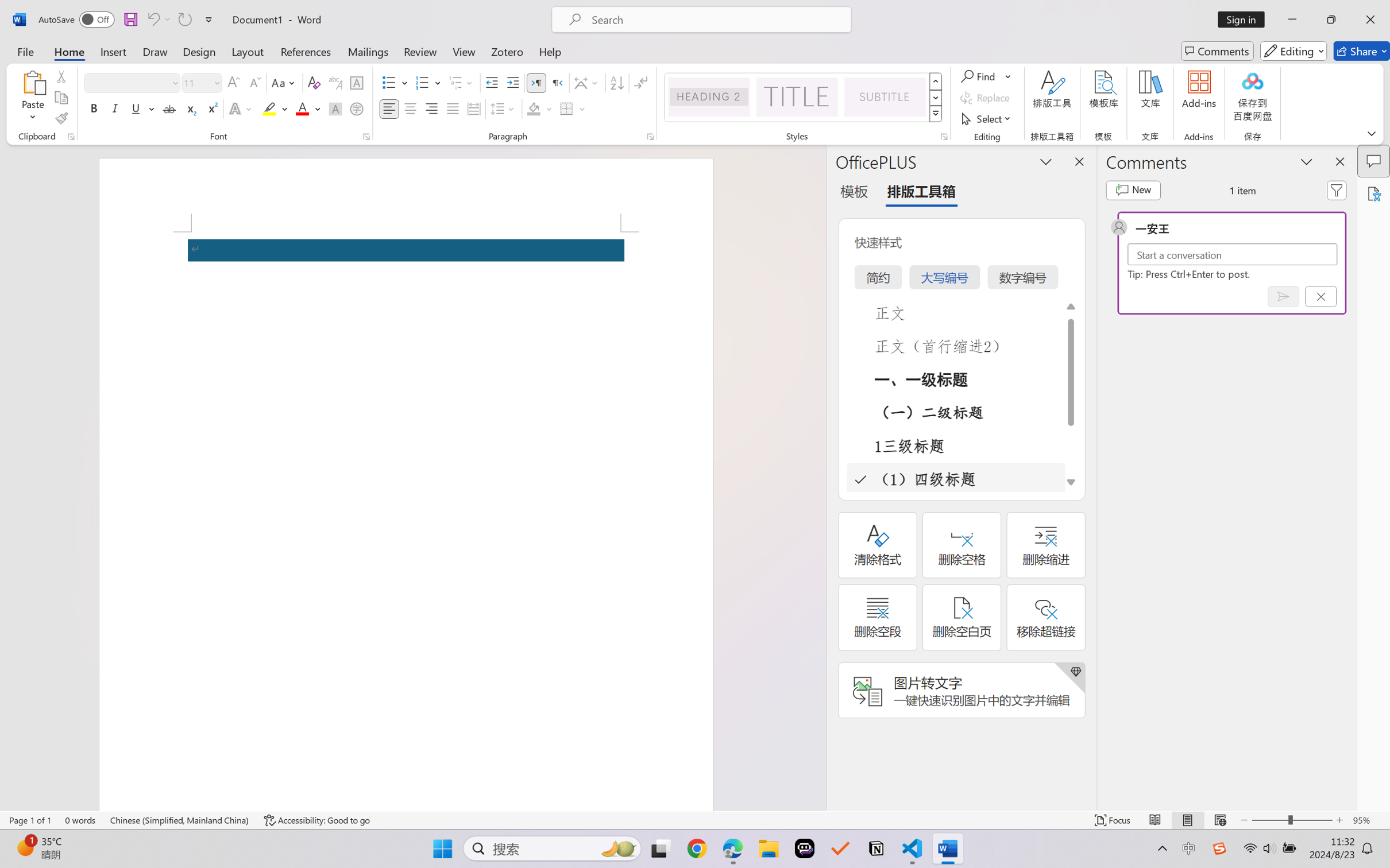 The height and width of the screenshot is (868, 1390). What do you see at coordinates (184, 19) in the screenshot?
I see `'Repeat Accessibility Checker'` at bounding box center [184, 19].